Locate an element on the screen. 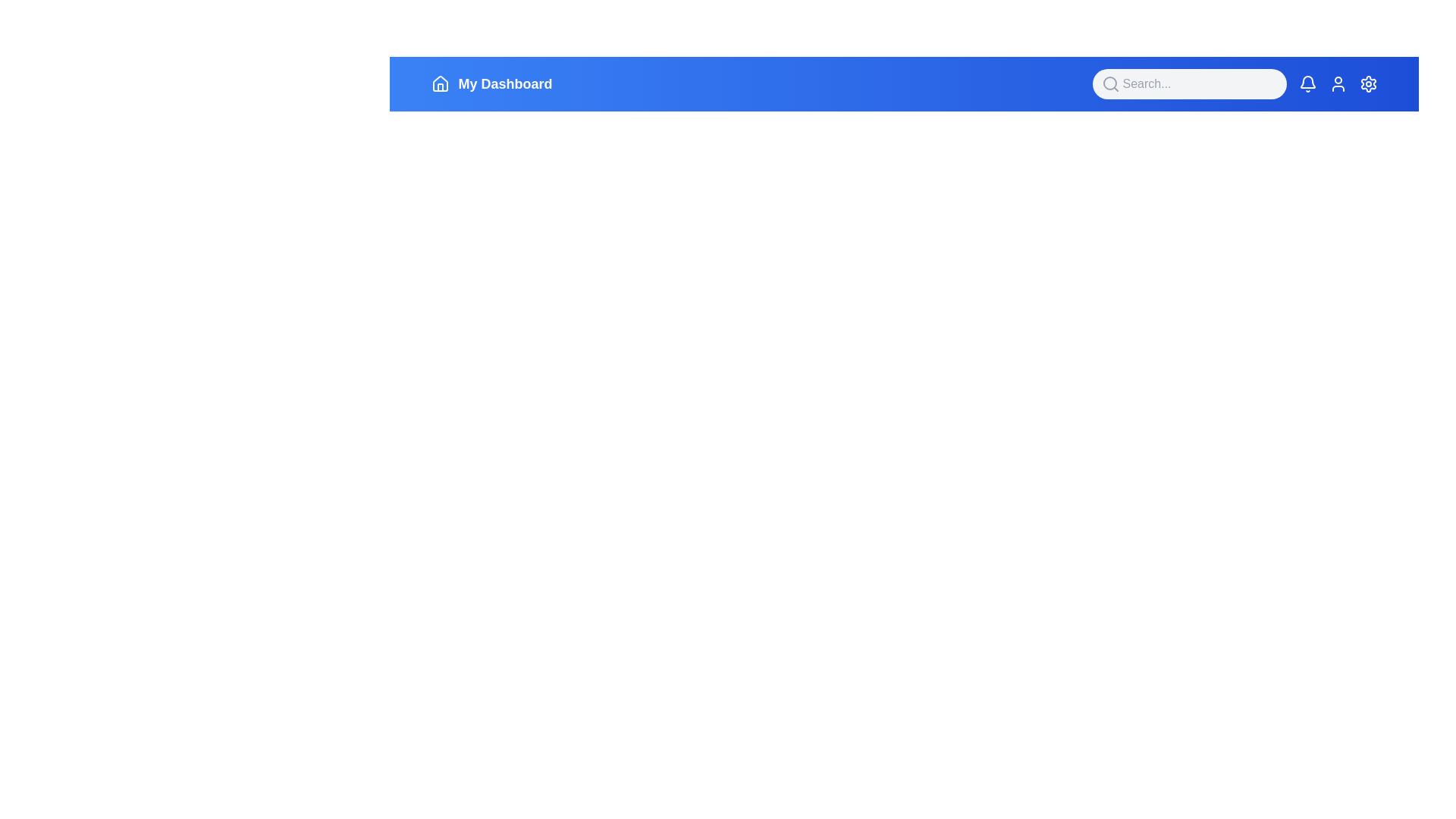  the notification icon to view notifications is located at coordinates (1307, 84).